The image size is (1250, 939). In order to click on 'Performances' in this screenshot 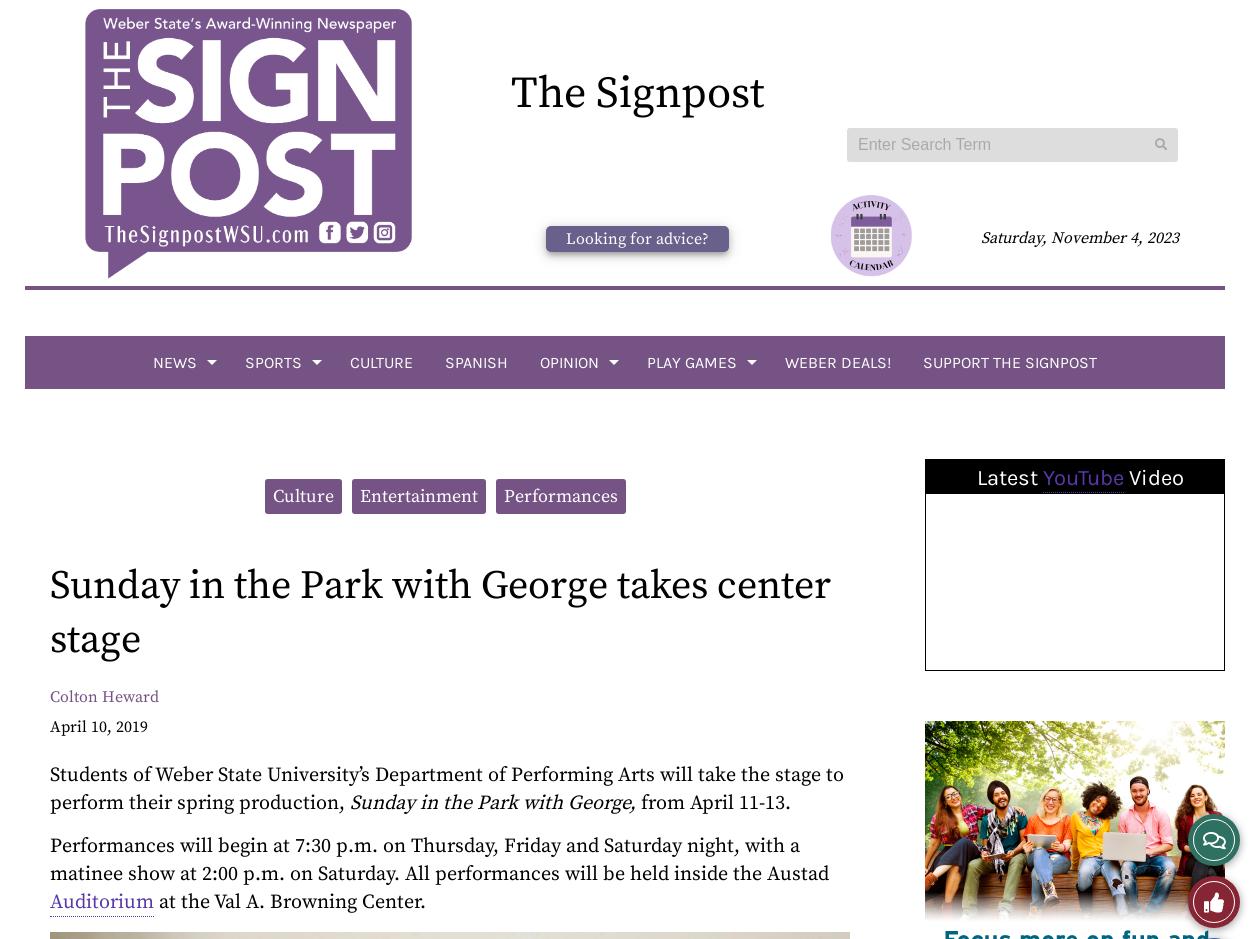, I will do `click(560, 495)`.